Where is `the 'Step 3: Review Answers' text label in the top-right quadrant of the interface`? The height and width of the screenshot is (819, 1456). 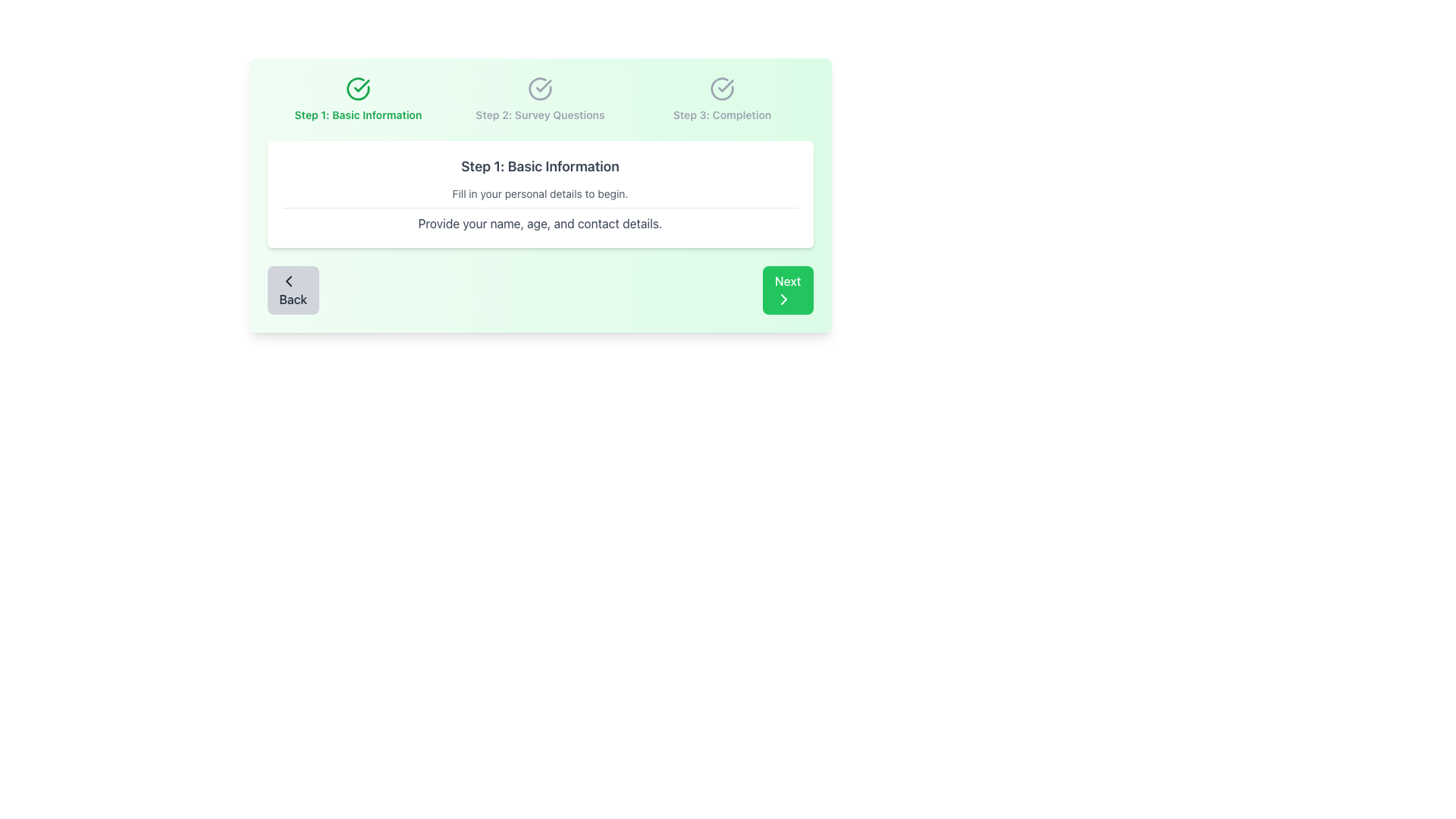
the 'Step 3: Review Answers' text label in the top-right quadrant of the interface is located at coordinates (721, 114).